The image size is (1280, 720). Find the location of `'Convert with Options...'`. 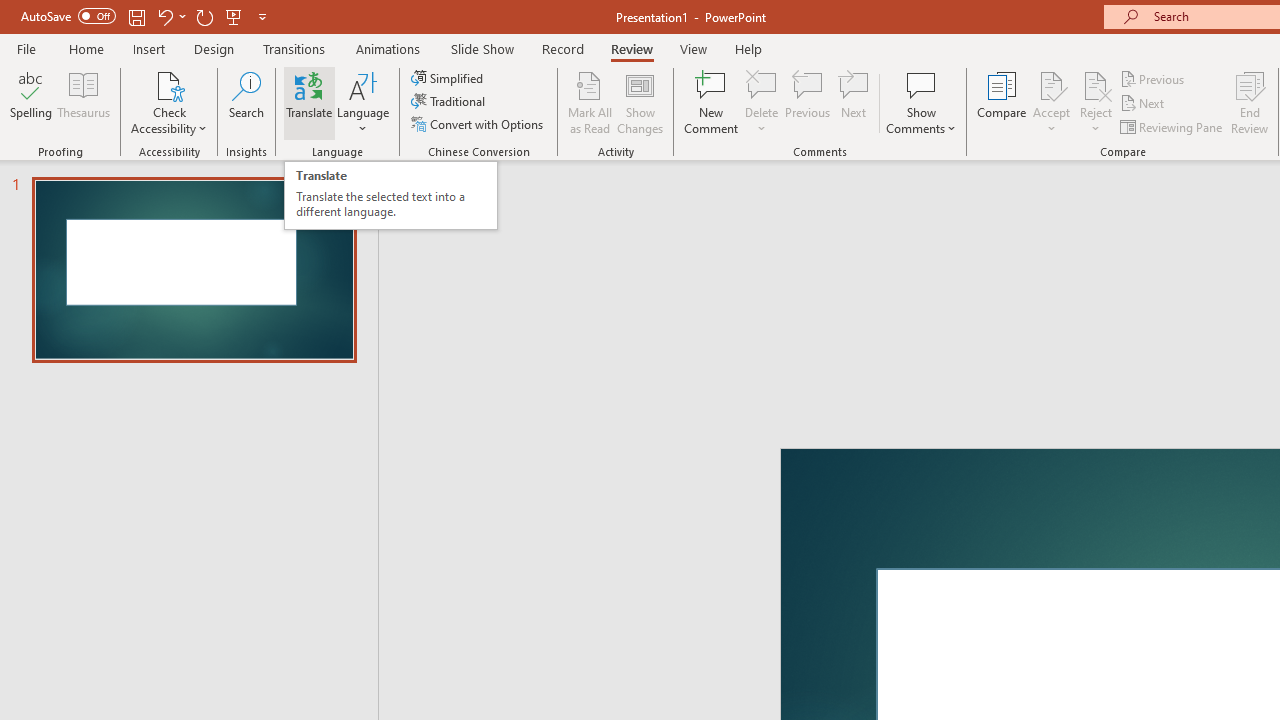

'Convert with Options...' is located at coordinates (478, 124).